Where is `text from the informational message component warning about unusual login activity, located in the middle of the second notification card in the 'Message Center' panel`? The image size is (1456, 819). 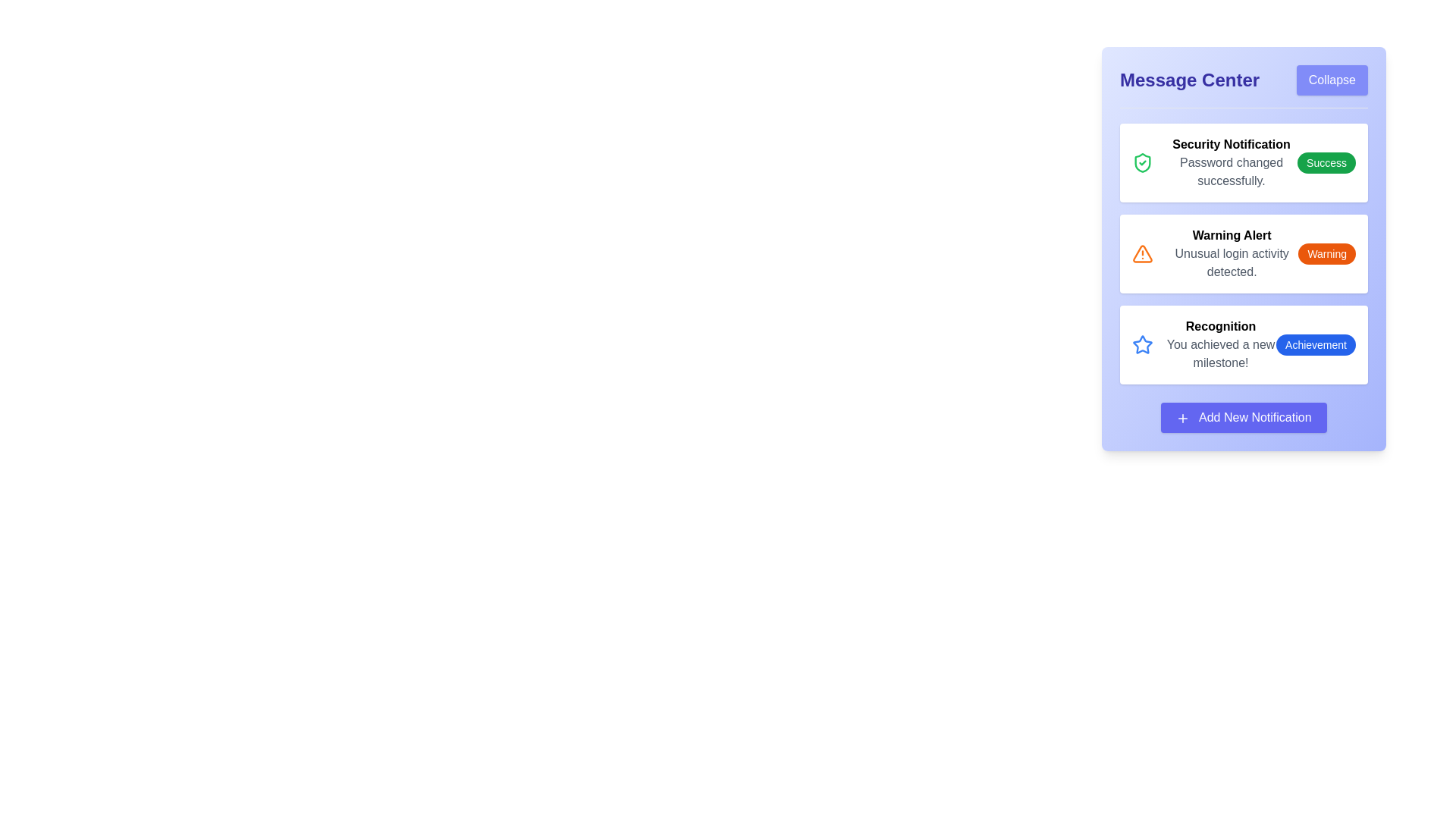 text from the informational message component warning about unusual login activity, located in the middle of the second notification card in the 'Message Center' panel is located at coordinates (1232, 253).